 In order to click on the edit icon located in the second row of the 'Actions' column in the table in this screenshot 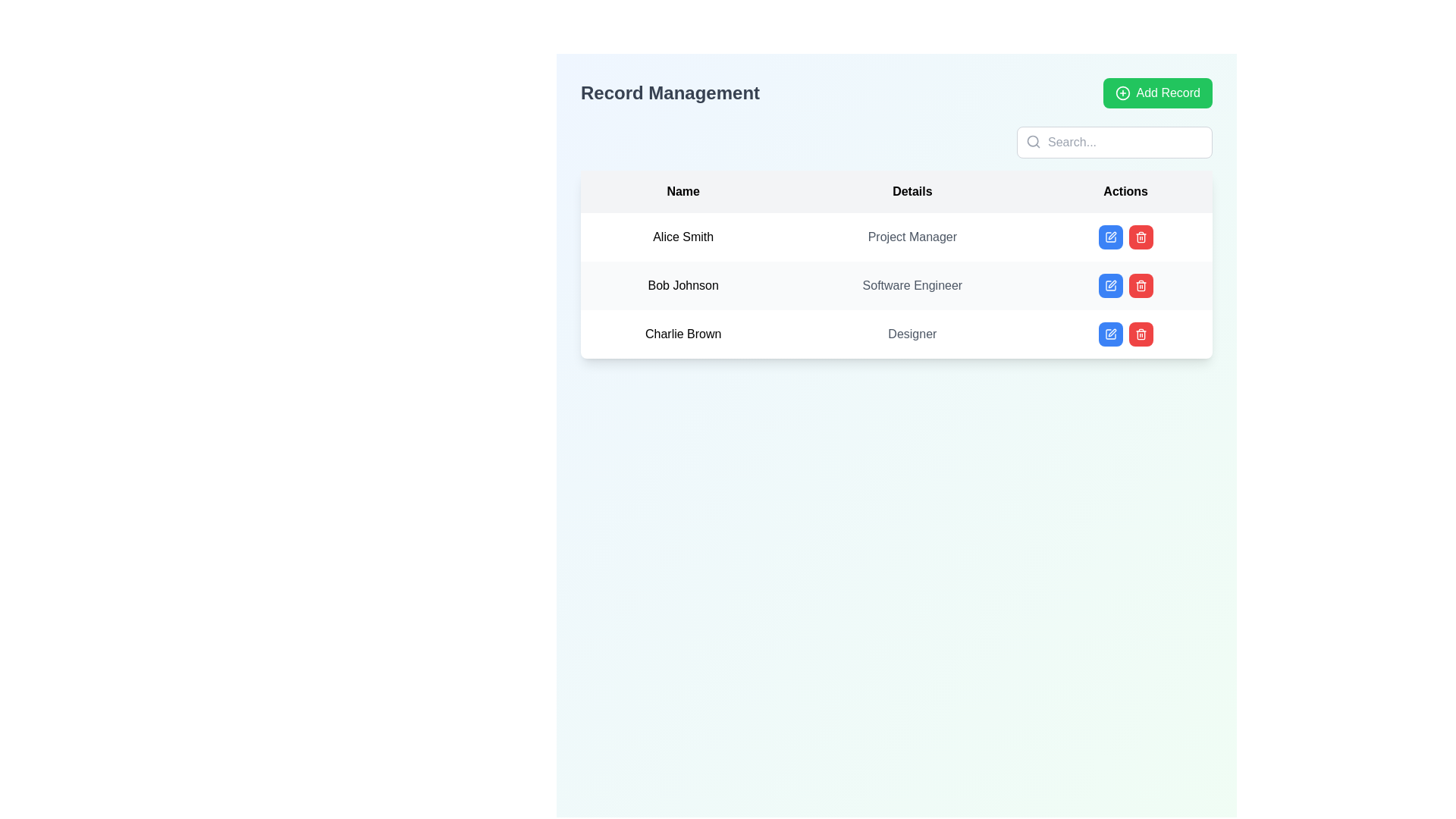, I will do `click(1110, 286)`.